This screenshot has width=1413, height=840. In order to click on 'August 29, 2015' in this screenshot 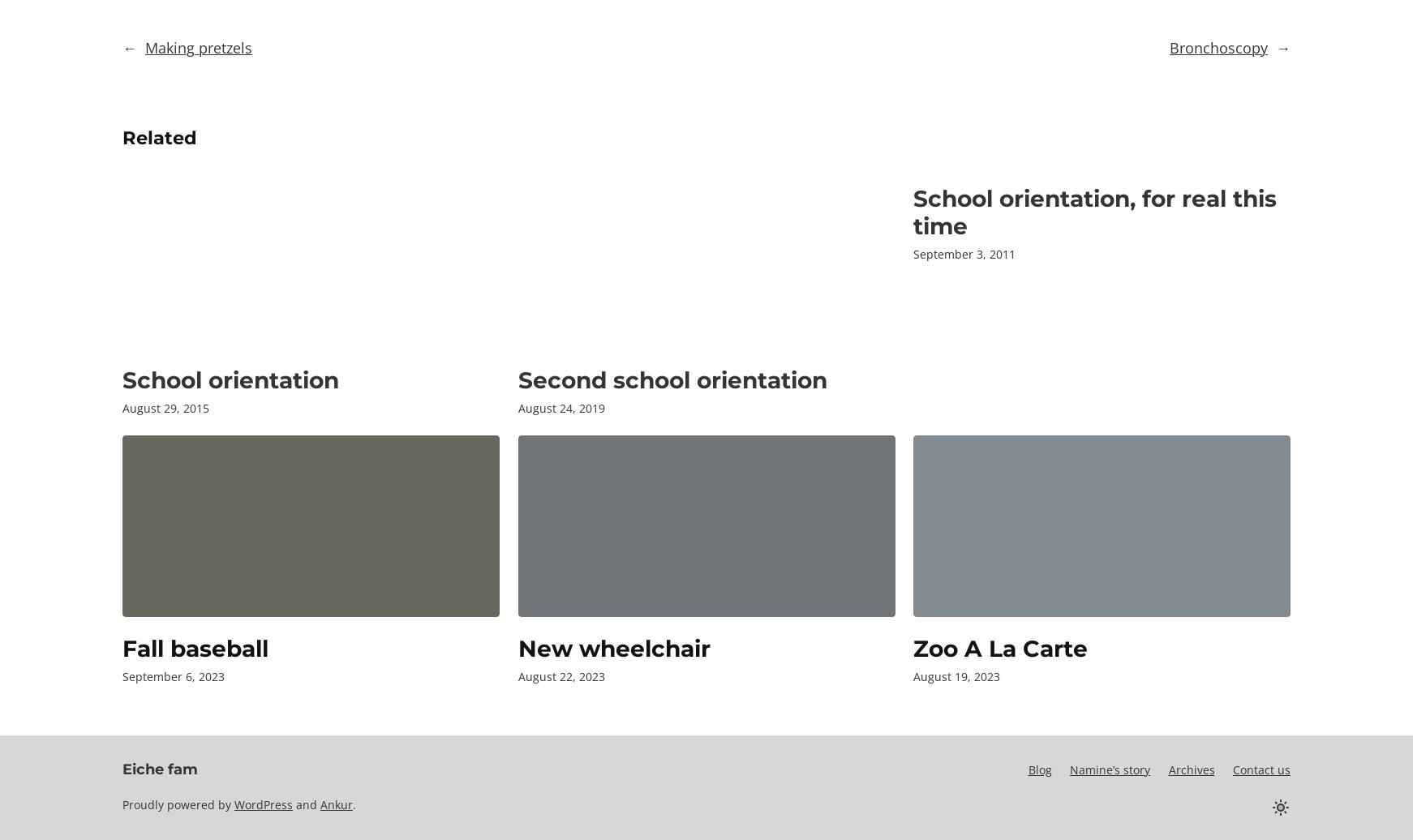, I will do `click(165, 408)`.